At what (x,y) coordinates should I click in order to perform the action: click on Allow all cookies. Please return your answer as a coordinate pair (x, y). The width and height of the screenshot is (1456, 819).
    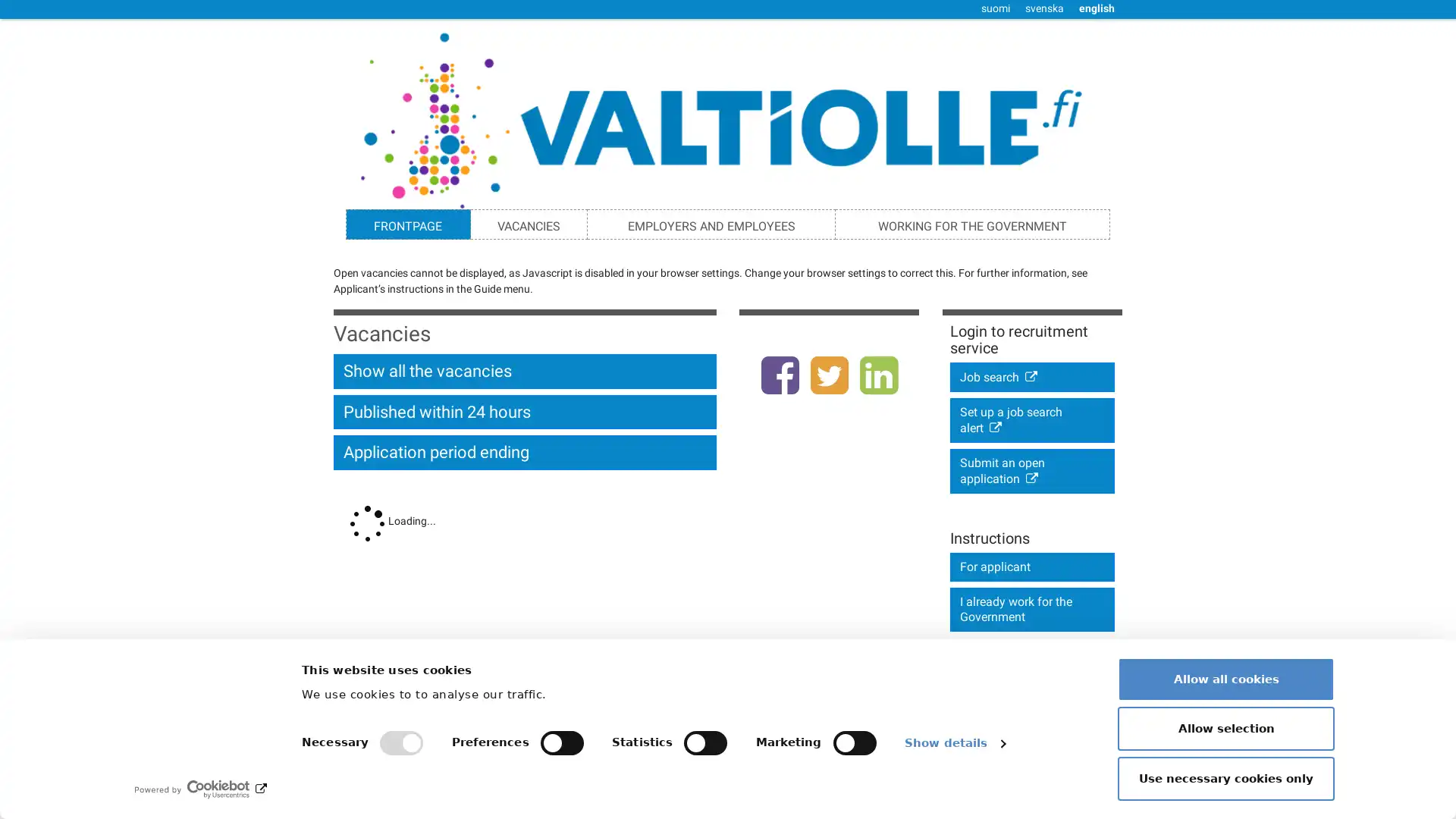
    Looking at the image, I should click on (1226, 678).